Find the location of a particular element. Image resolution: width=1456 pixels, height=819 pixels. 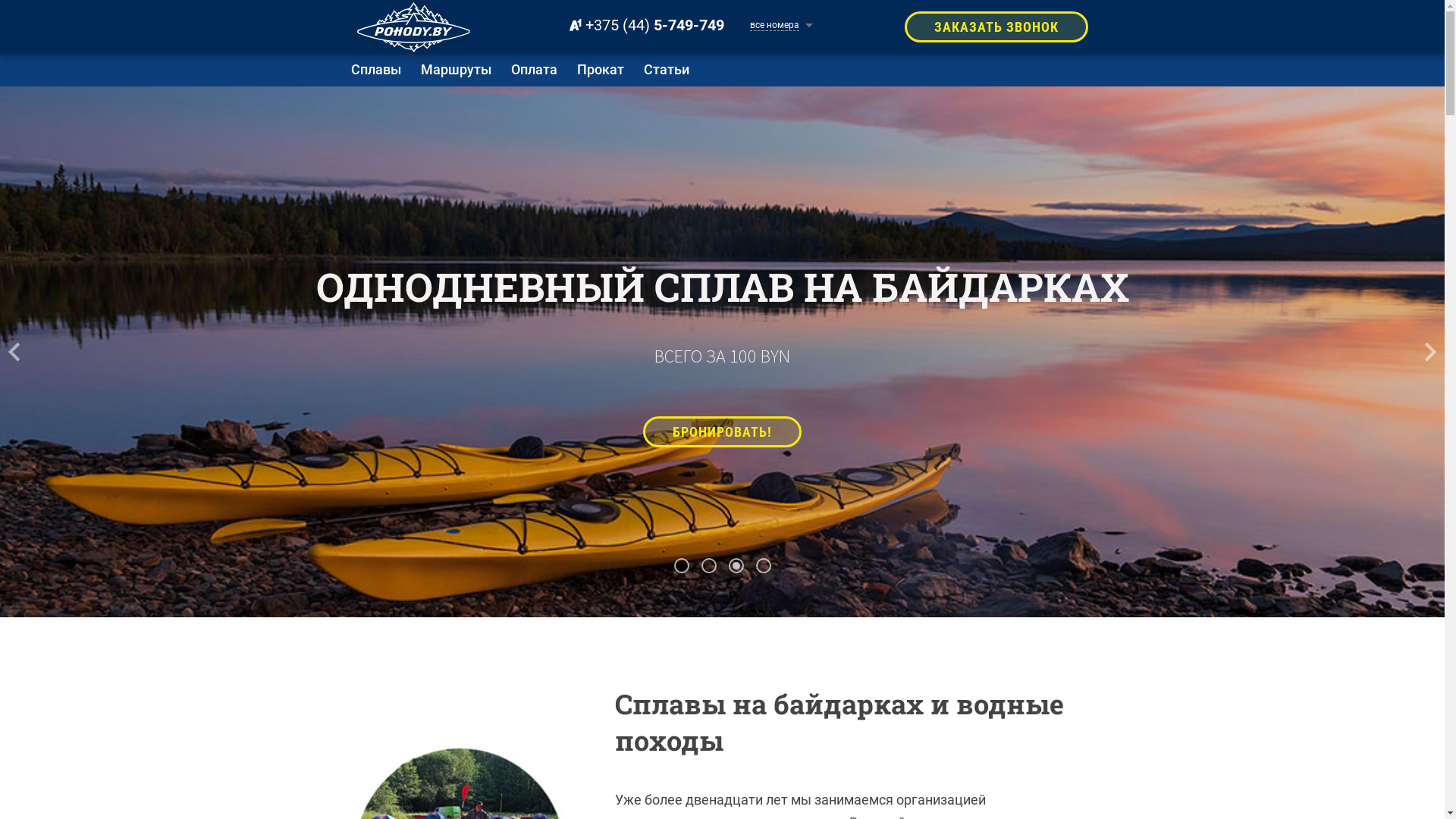

'next' is located at coordinates (1417, 351).